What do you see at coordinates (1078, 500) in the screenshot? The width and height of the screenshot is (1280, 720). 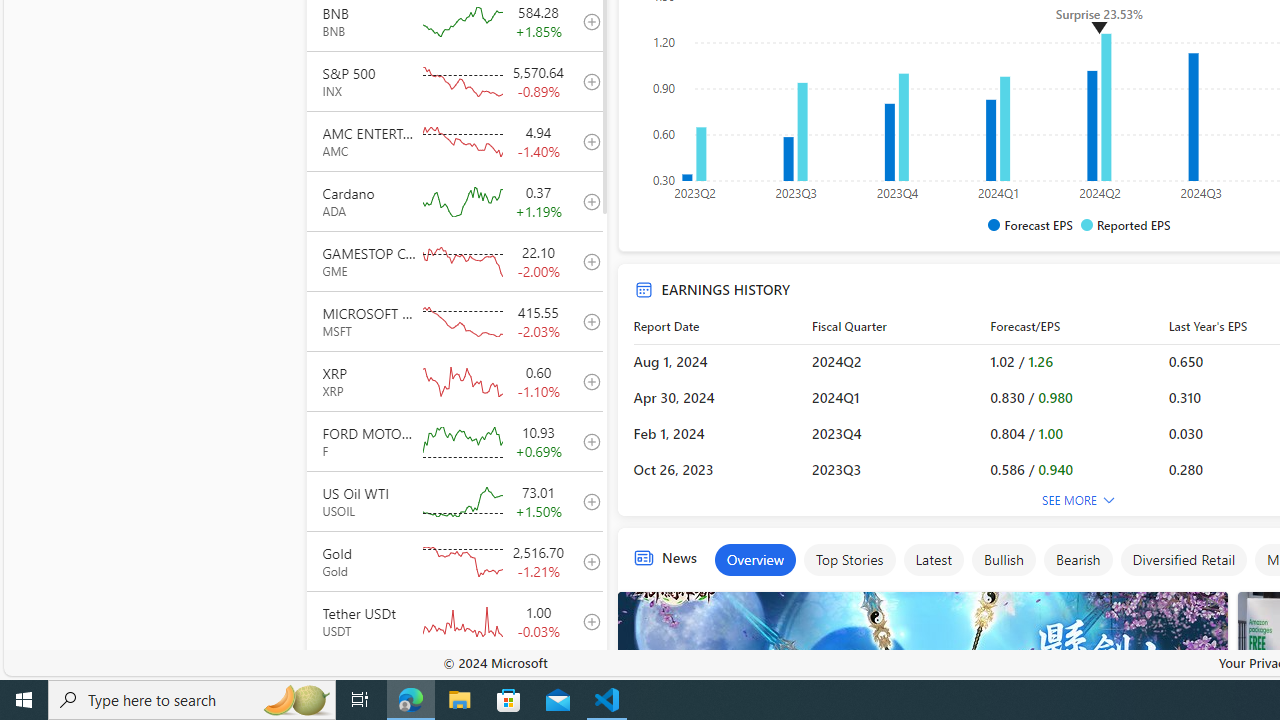 I see `'SEE MORE'` at bounding box center [1078, 500].